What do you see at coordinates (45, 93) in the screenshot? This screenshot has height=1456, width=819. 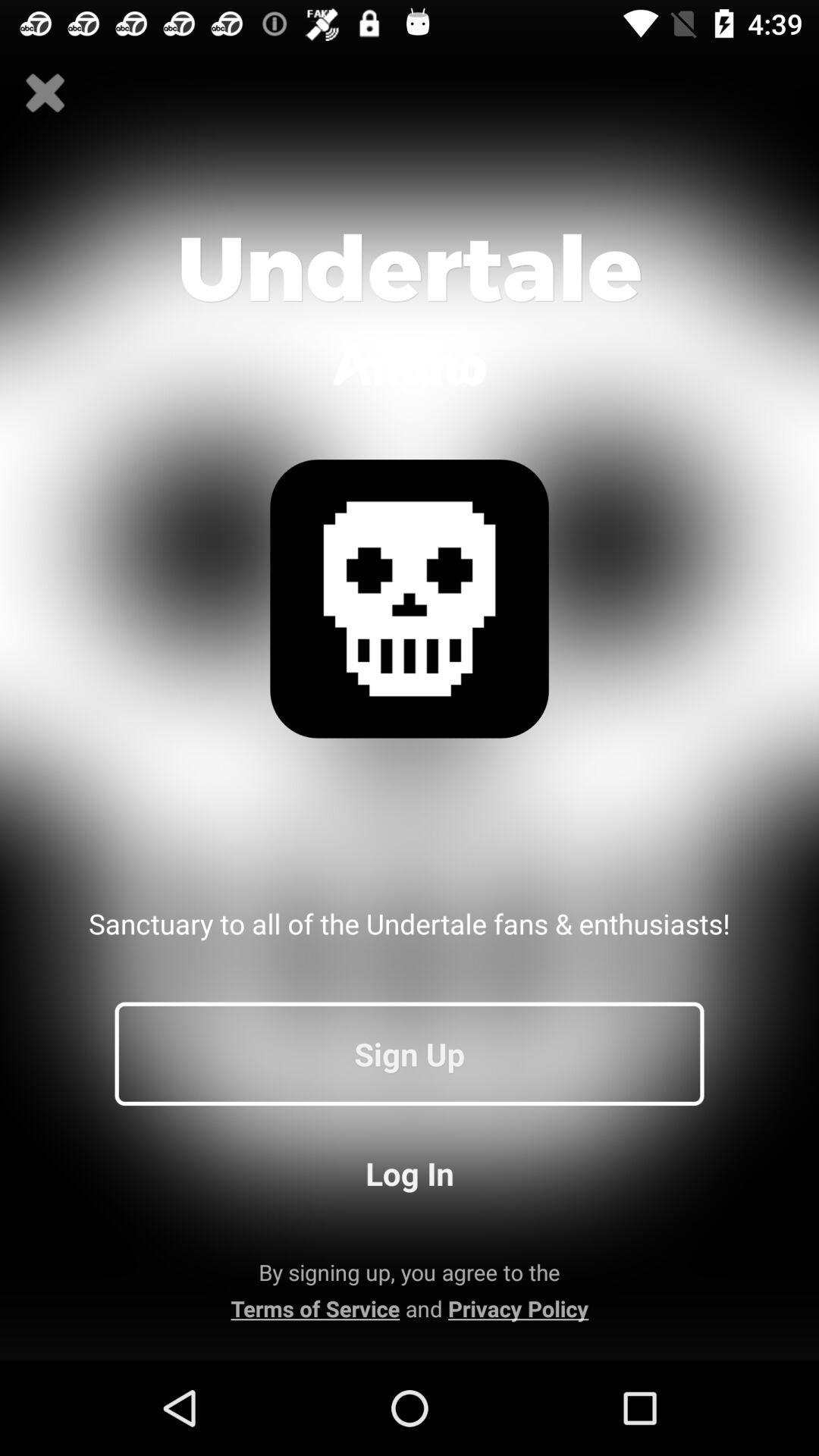 I see `the close icon` at bounding box center [45, 93].